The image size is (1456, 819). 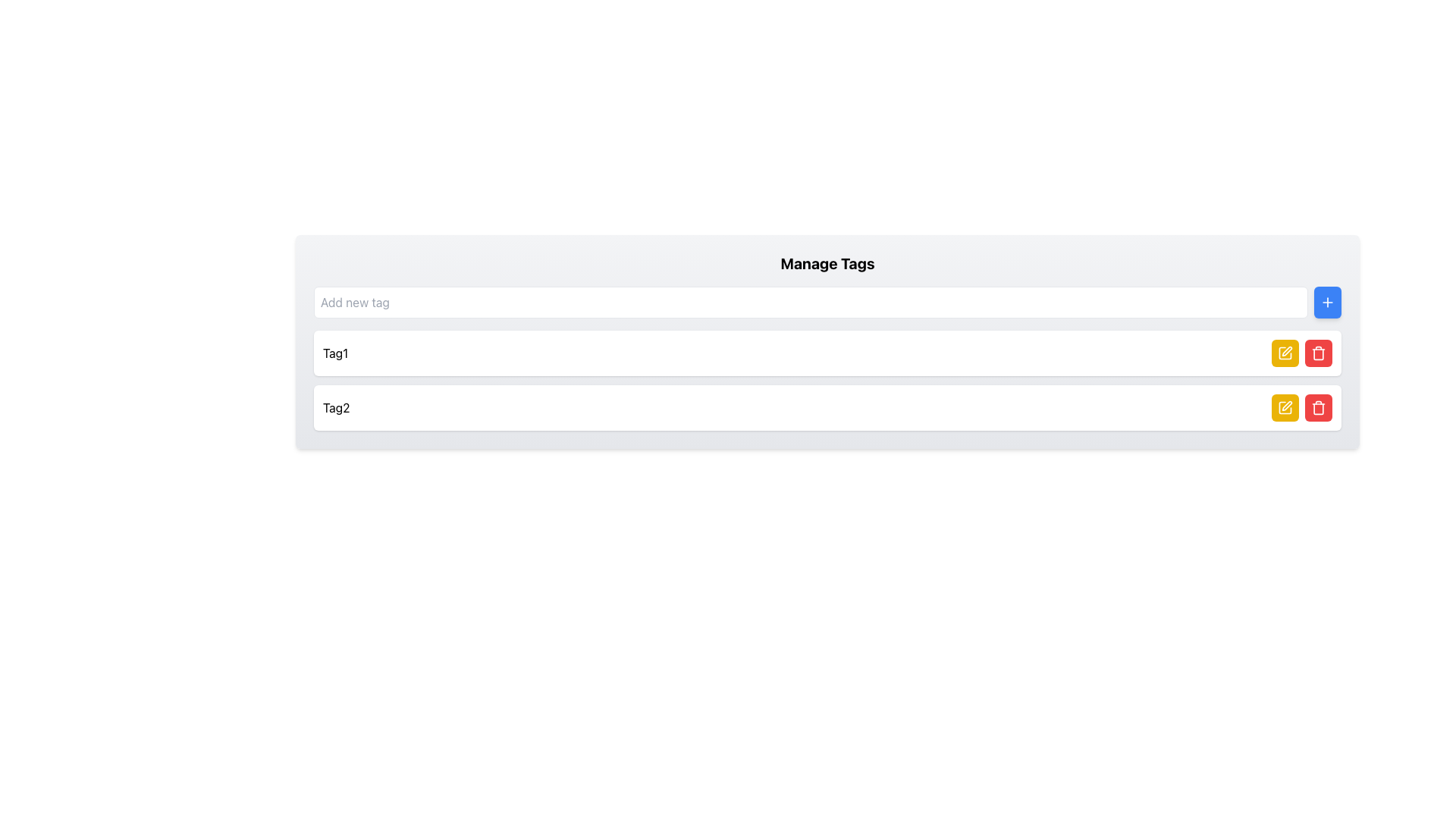 What do you see at coordinates (1286, 405) in the screenshot?
I see `the edit icon resembling a pencil and square, located to the left of the trash-can icon, to initiate editing` at bounding box center [1286, 405].